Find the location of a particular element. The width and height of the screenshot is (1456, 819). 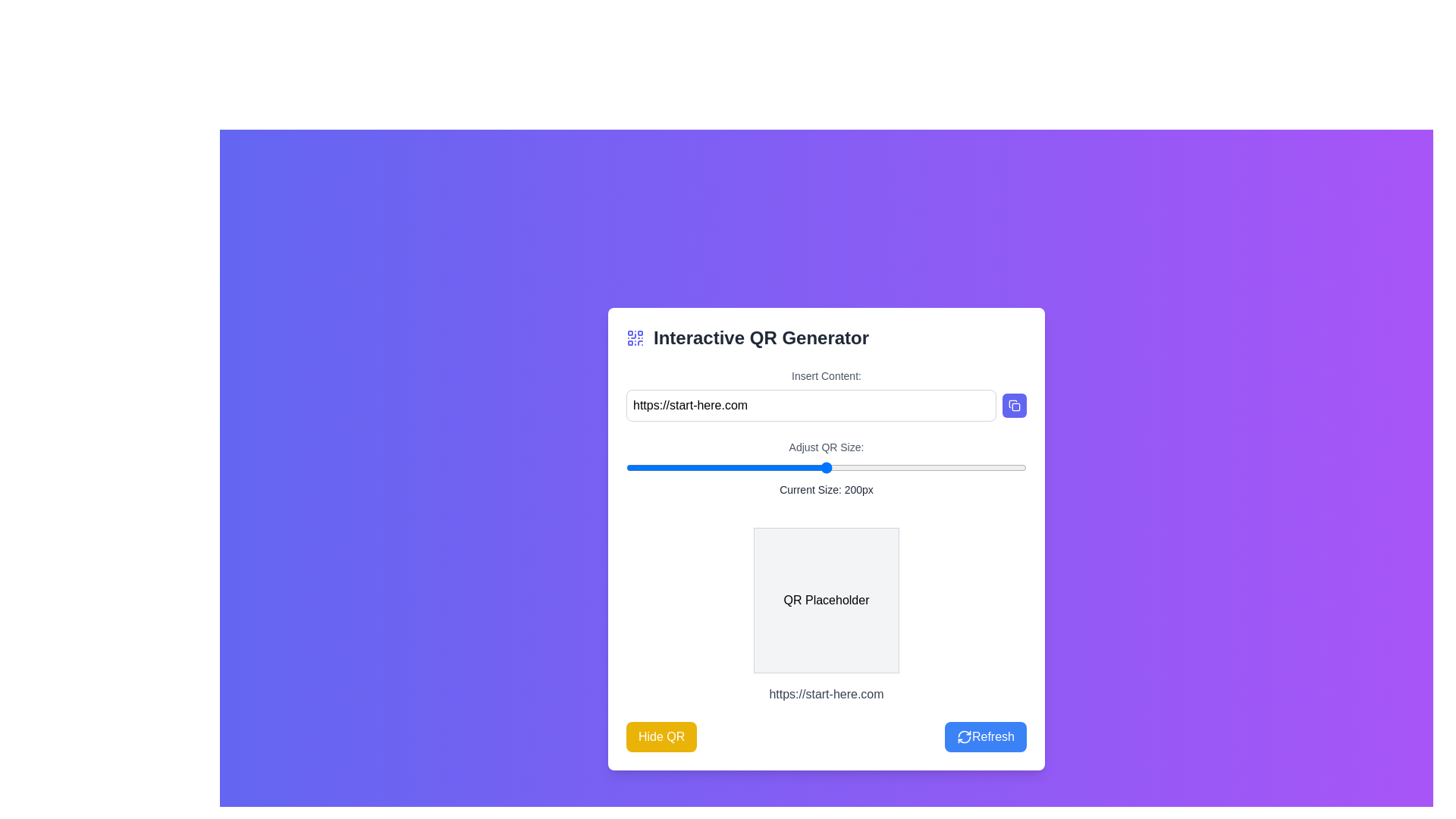

the static text label that serves as a description for the adjacent input field, located at the top of the section in the center of the visible card's interface is located at coordinates (825, 375).